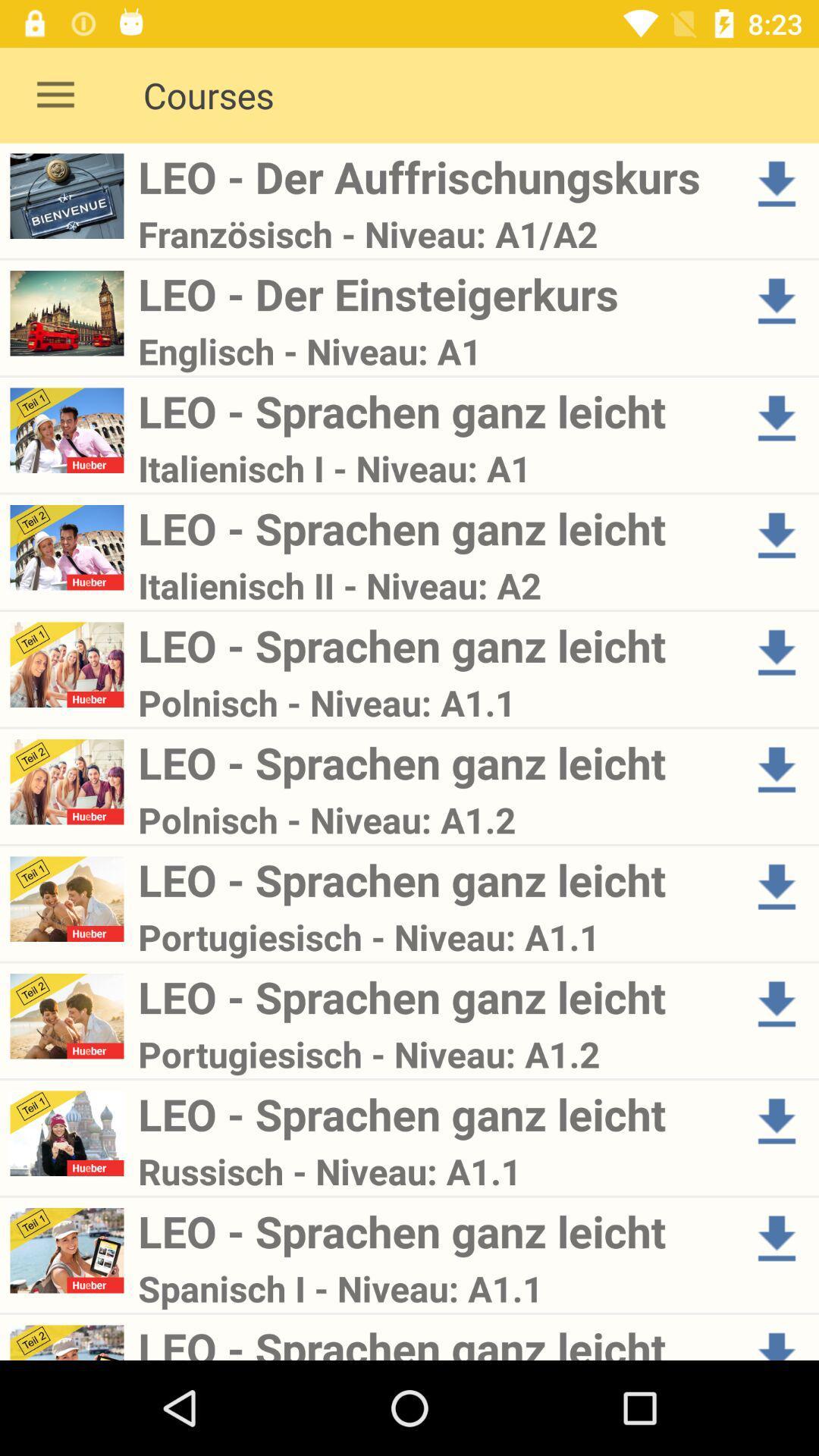 The height and width of the screenshot is (1456, 819). I want to click on icon above the leo sprachen ganz item, so click(435, 1288).